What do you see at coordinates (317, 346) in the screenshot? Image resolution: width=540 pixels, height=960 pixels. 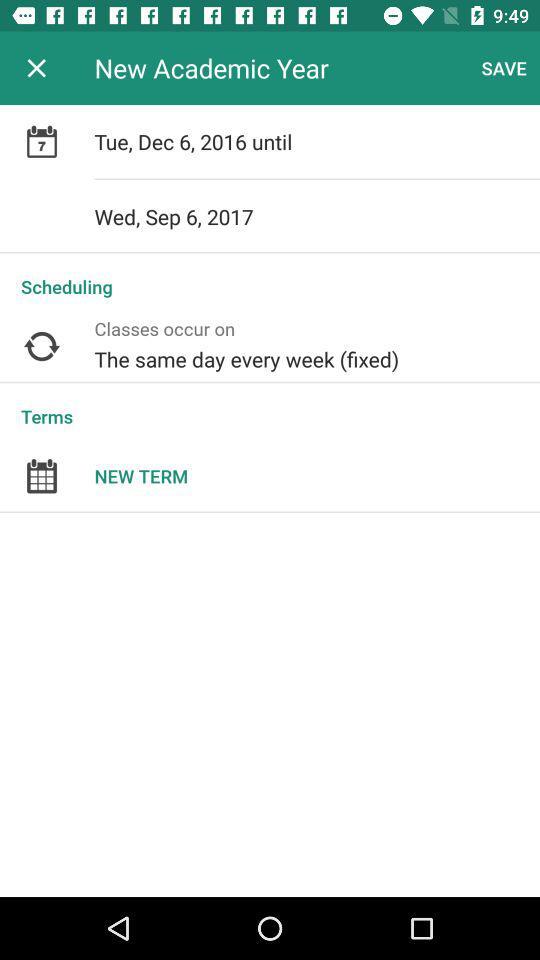 I see `the item above the terms item` at bounding box center [317, 346].